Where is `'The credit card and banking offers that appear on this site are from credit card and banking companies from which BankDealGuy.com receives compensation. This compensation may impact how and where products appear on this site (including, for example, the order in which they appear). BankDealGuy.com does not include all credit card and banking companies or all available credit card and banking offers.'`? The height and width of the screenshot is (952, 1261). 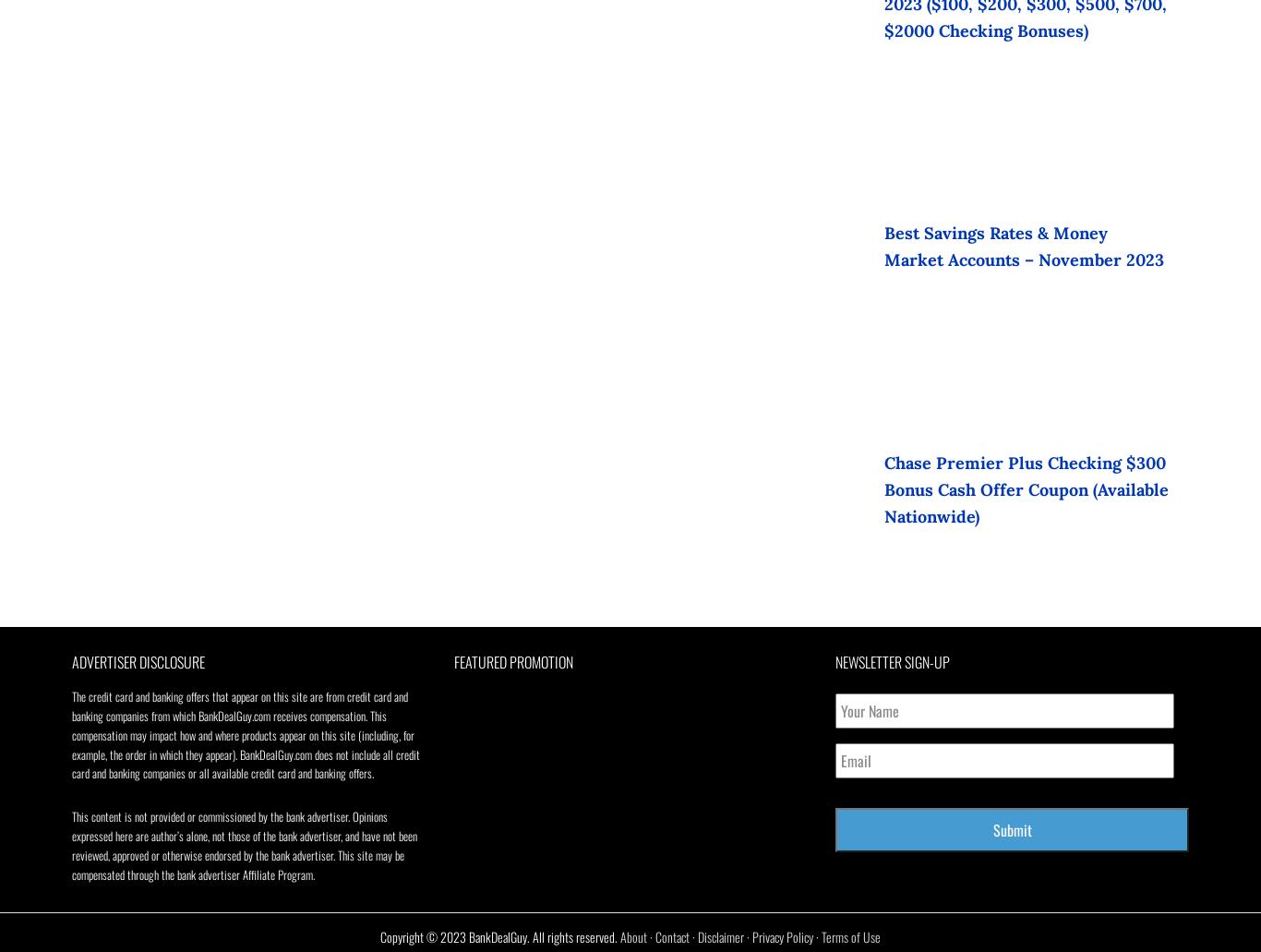
'The credit card and banking offers that appear on this site are from credit card and banking companies from which BankDealGuy.com receives compensation. This compensation may impact how and where products appear on this site (including, for example, the order in which they appear). BankDealGuy.com does not include all credit card and banking companies or all available credit card and banking offers.' is located at coordinates (246, 734).